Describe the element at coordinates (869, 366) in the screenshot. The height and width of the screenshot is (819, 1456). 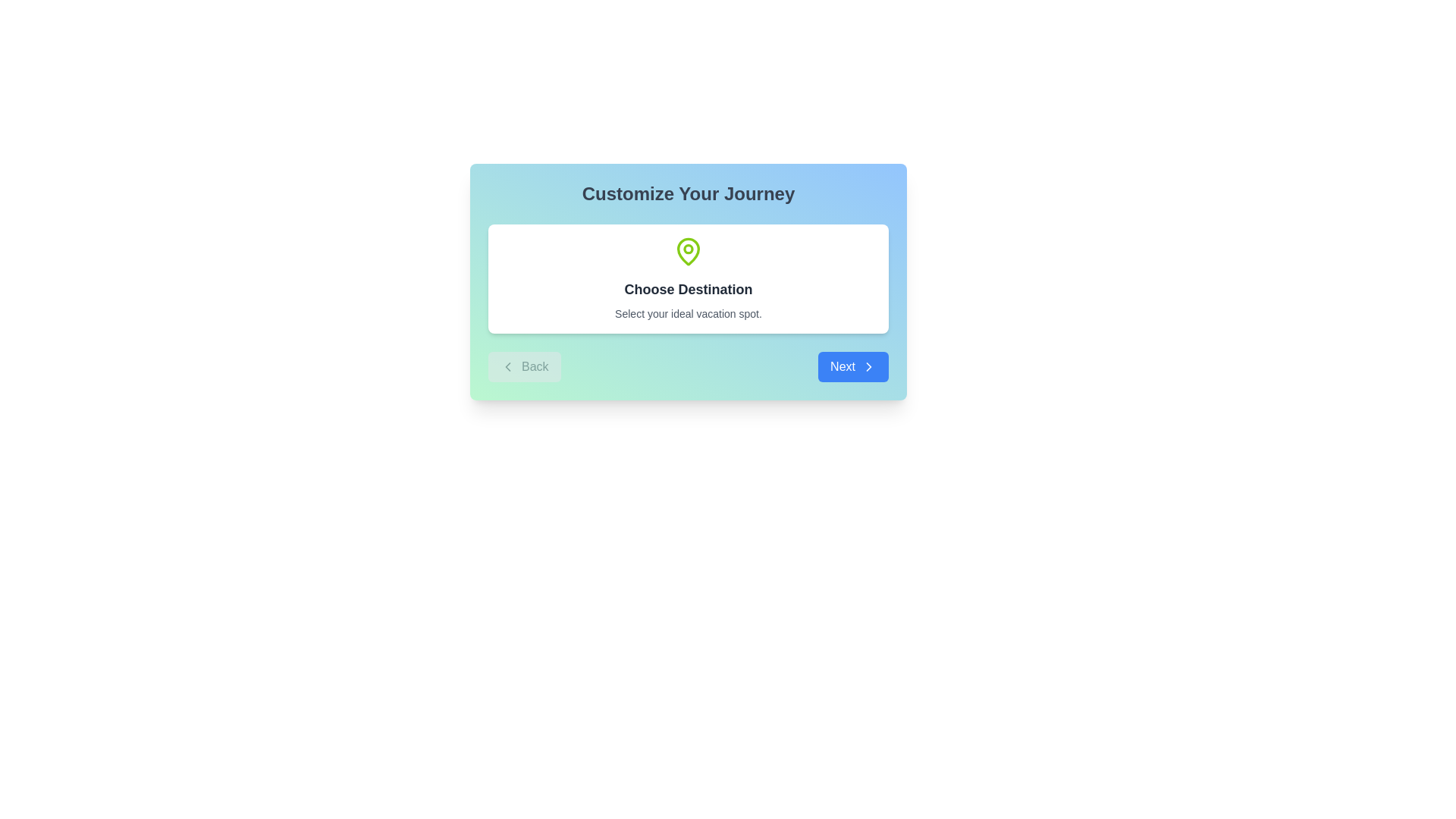
I see `the forward navigation icon located at the far right of the 'Next' button in the bottom-right corner of the interface` at that location.